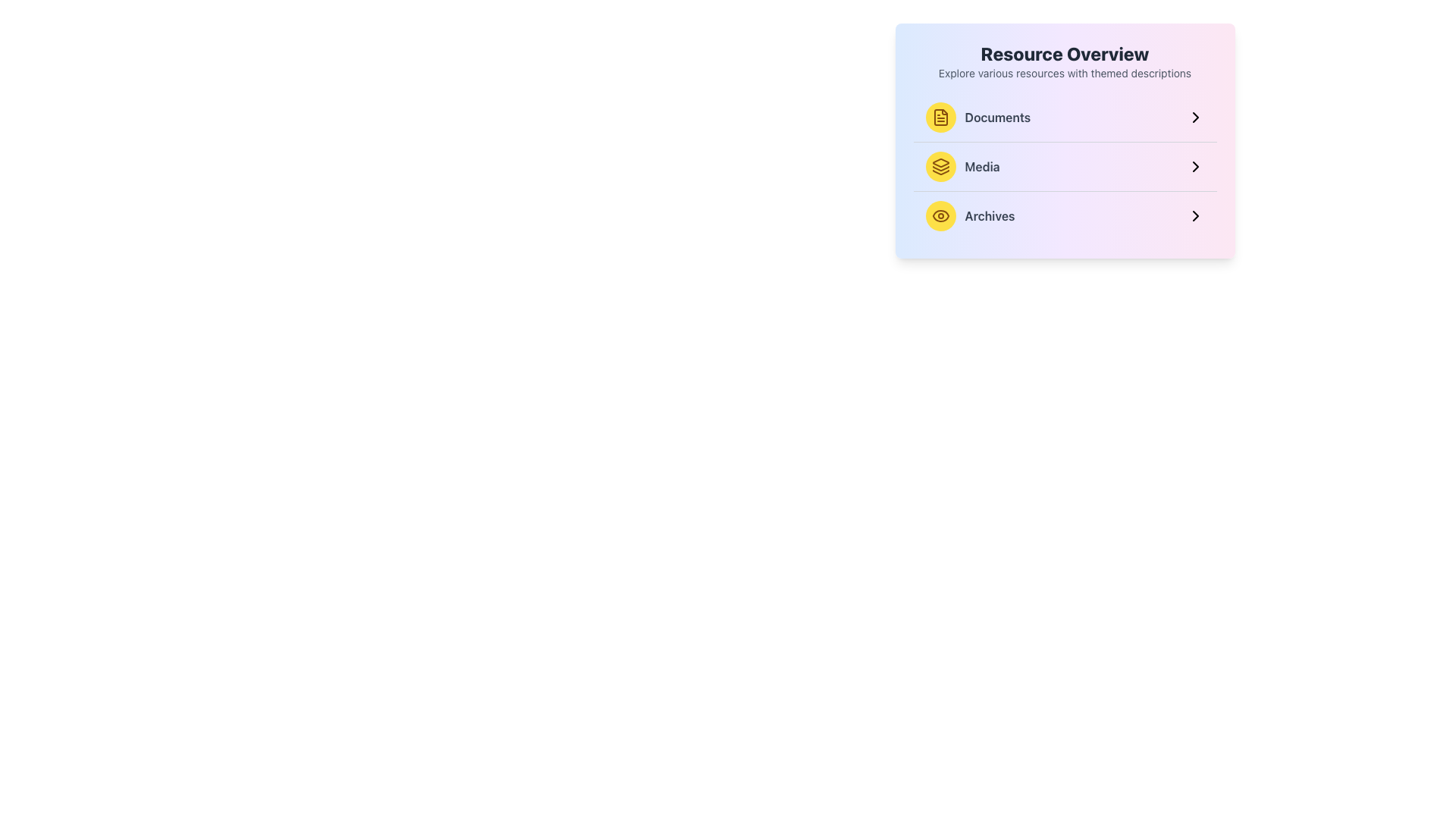 The image size is (1456, 819). What do you see at coordinates (977, 116) in the screenshot?
I see `the 'Documents' menu item, which is the first entry in the list under 'Resource Overview'` at bounding box center [977, 116].